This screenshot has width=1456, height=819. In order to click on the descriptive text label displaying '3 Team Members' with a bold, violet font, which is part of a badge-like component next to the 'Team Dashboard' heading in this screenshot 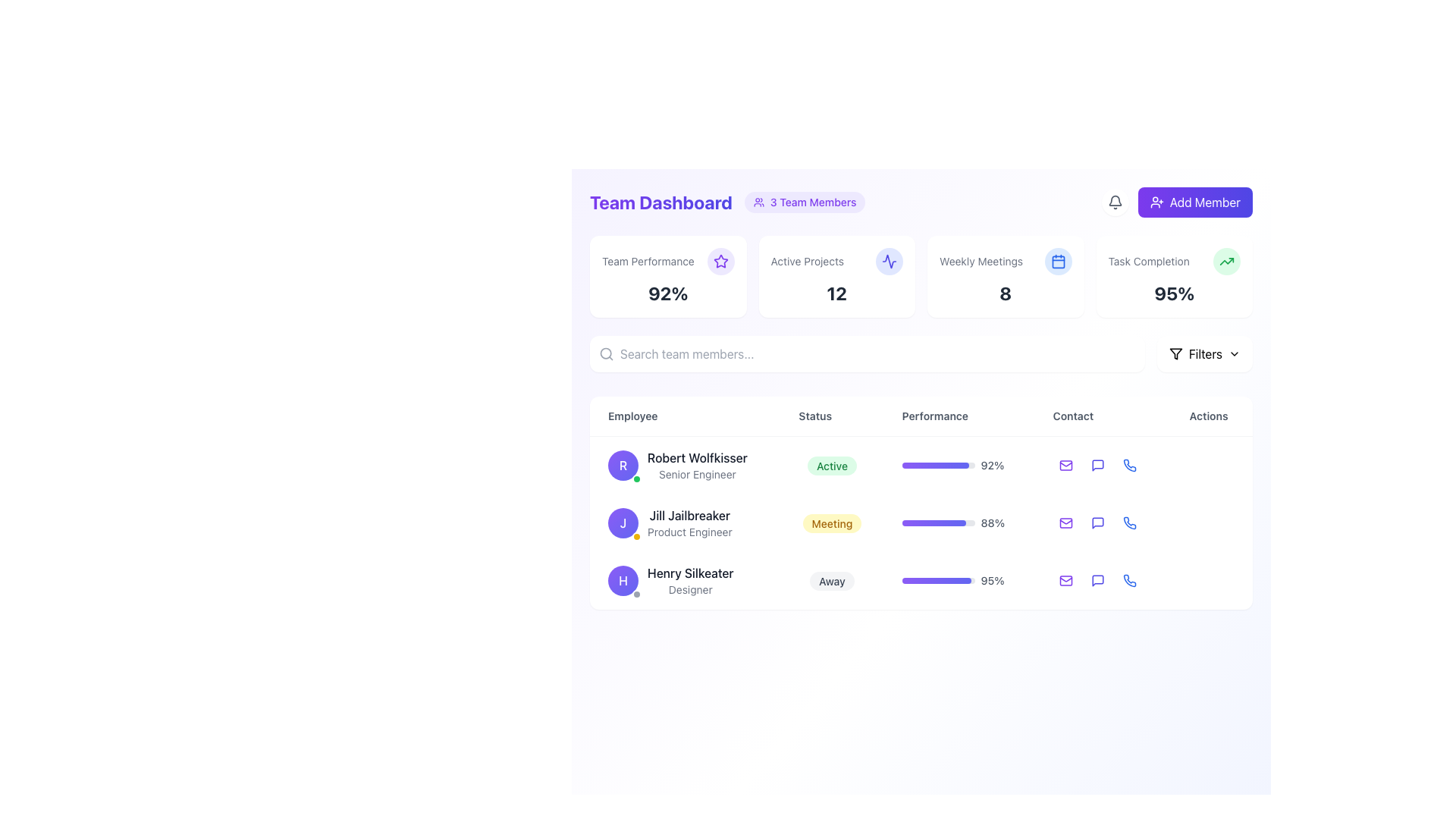, I will do `click(812, 201)`.